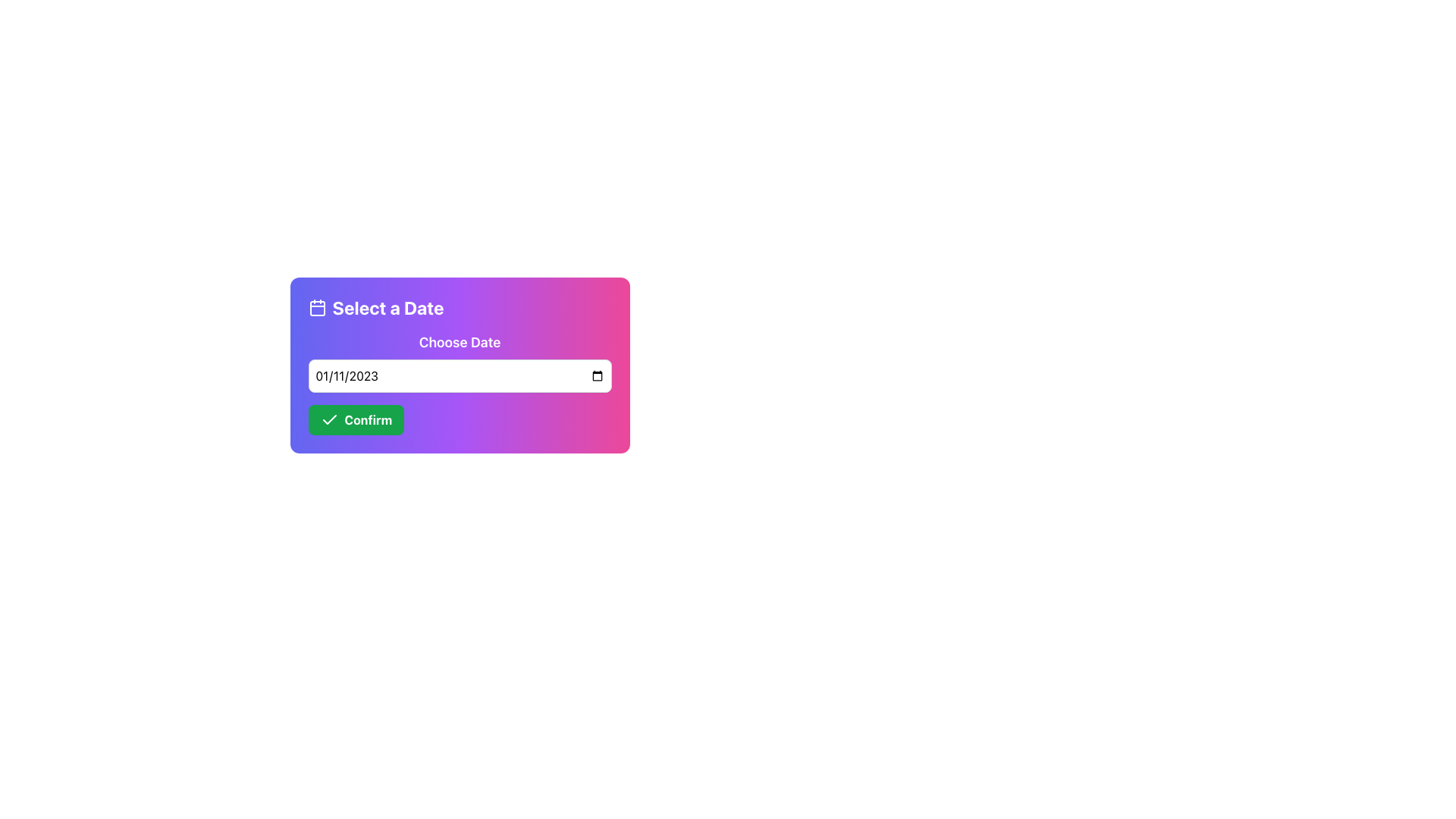 The width and height of the screenshot is (1456, 819). I want to click on the confirmation button located in the bottom-right part of a card with a gradient background, which submits or finalizes the choices made in the interface above it, so click(355, 420).